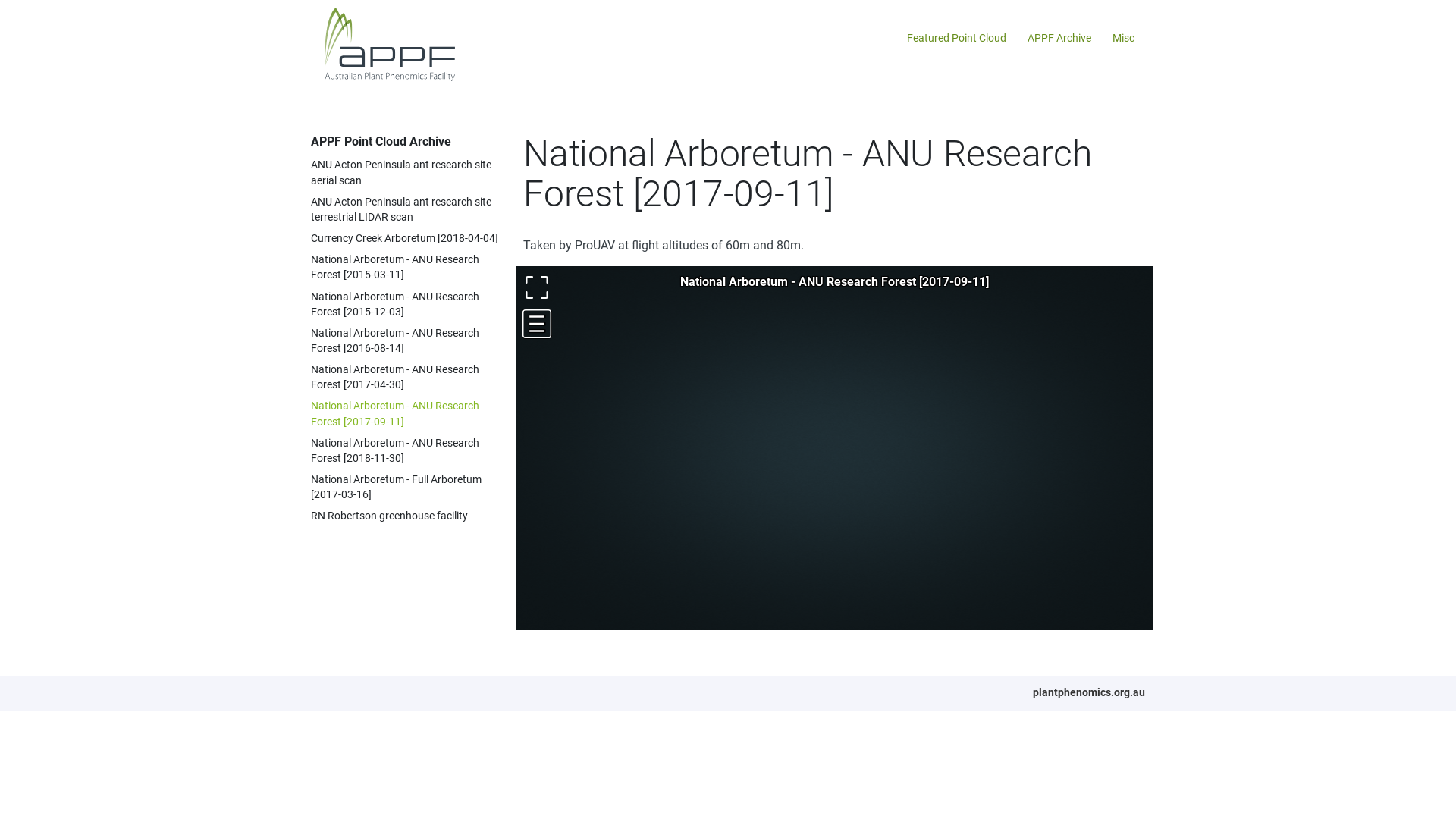 This screenshot has width=1456, height=819. I want to click on 'APPF Archive', so click(1016, 37).